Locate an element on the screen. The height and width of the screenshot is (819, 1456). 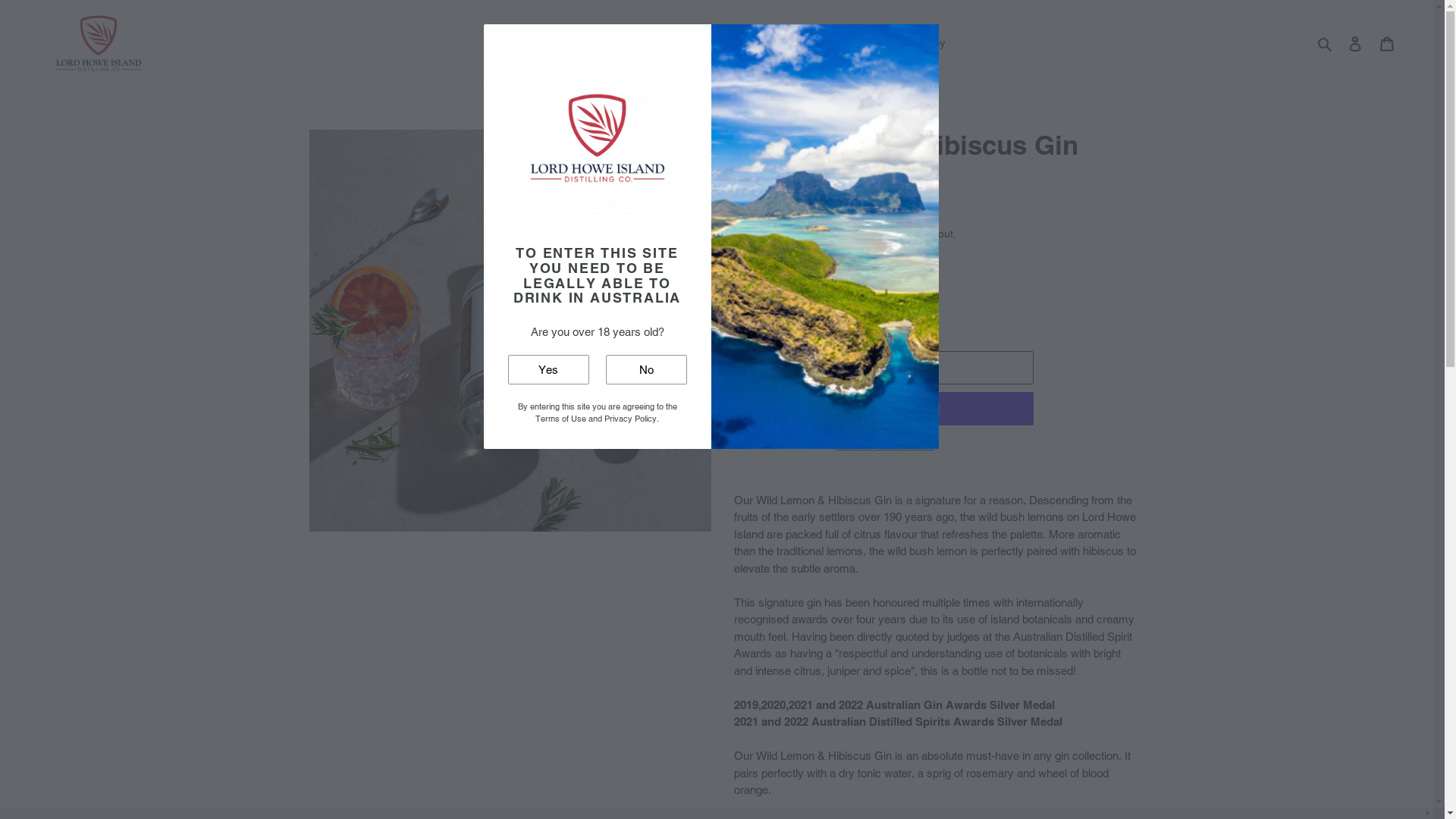
'Yes' is located at coordinates (548, 369).